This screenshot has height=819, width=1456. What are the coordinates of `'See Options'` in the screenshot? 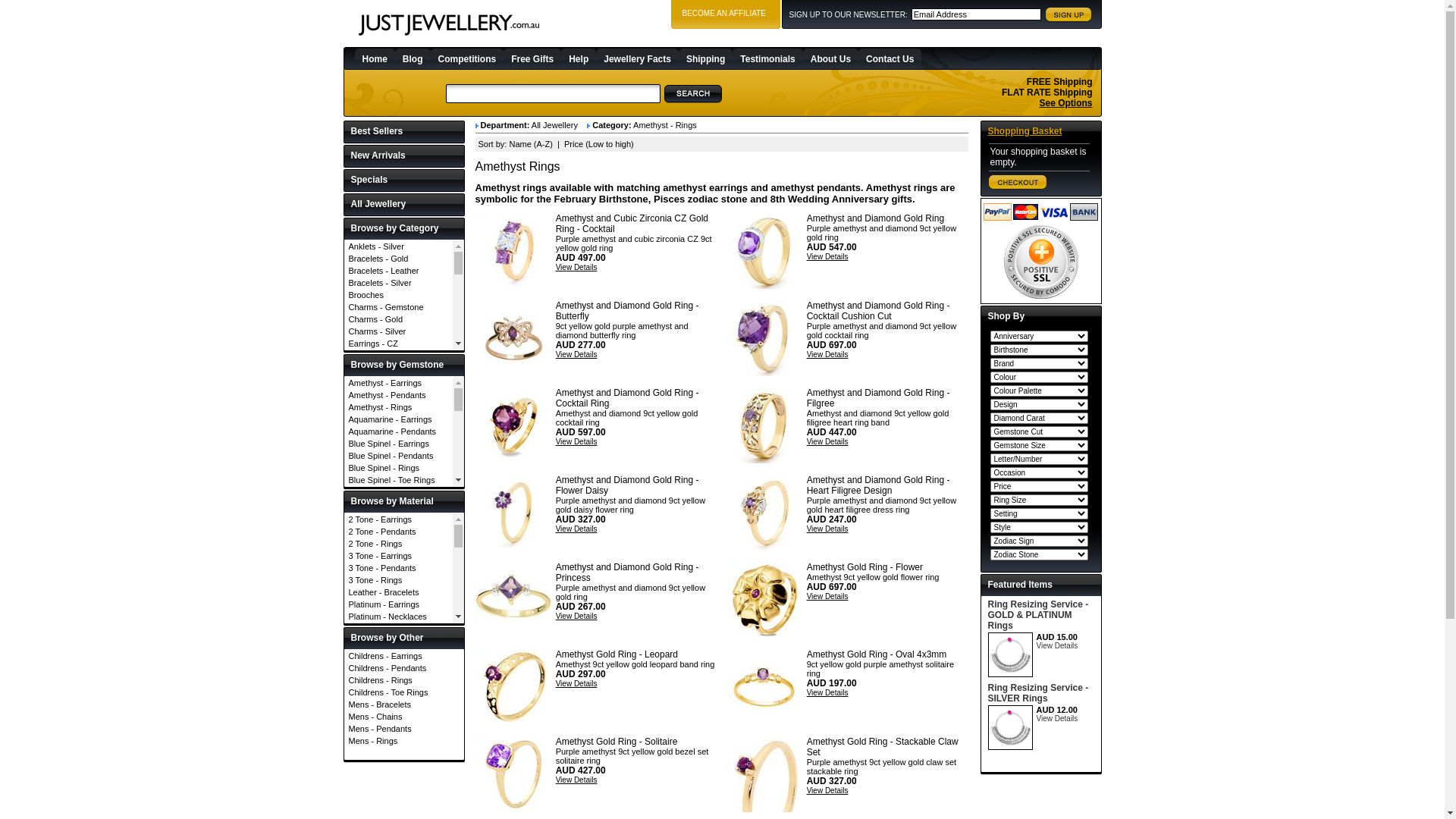 It's located at (1065, 102).